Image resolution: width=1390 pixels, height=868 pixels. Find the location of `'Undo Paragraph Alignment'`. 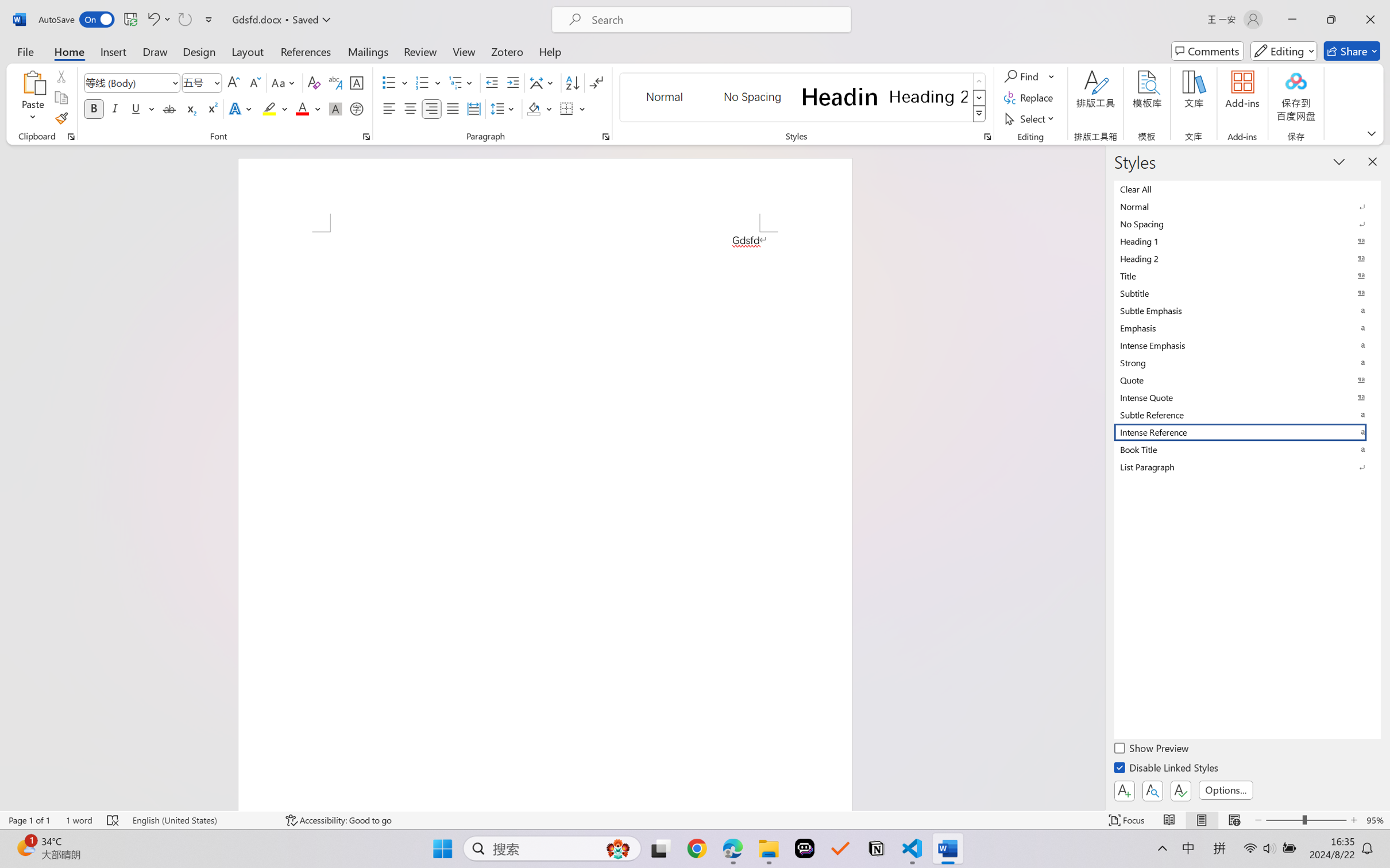

'Undo Paragraph Alignment' is located at coordinates (157, 19).